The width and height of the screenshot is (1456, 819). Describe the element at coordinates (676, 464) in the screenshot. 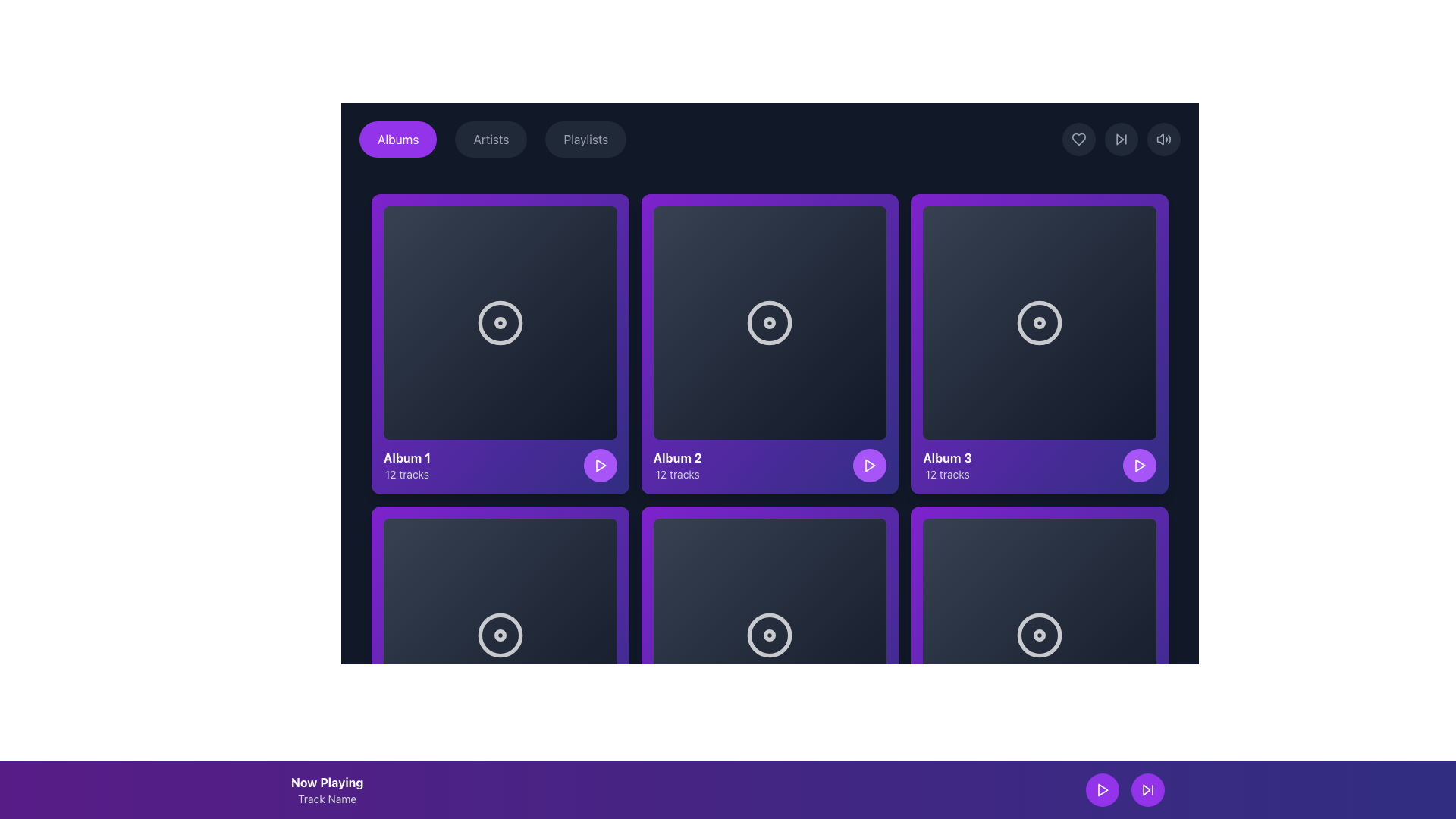

I see `the static text label that displays the album title 'Album 2' and the number of tracks '12 tracks', located in the second column of the first row in the album grid` at that location.